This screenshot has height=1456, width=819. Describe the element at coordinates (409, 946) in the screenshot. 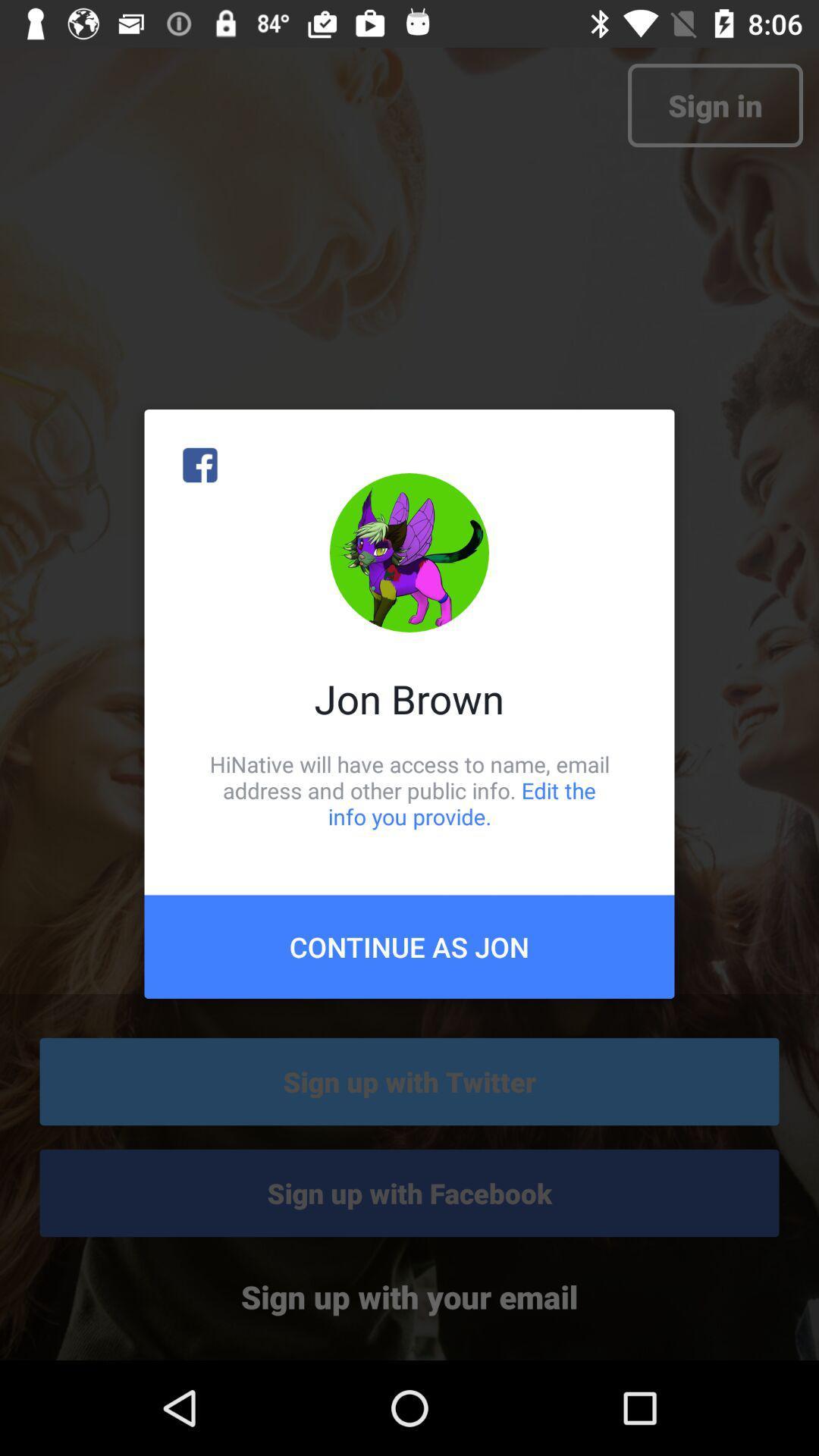

I see `continue as jon` at that location.